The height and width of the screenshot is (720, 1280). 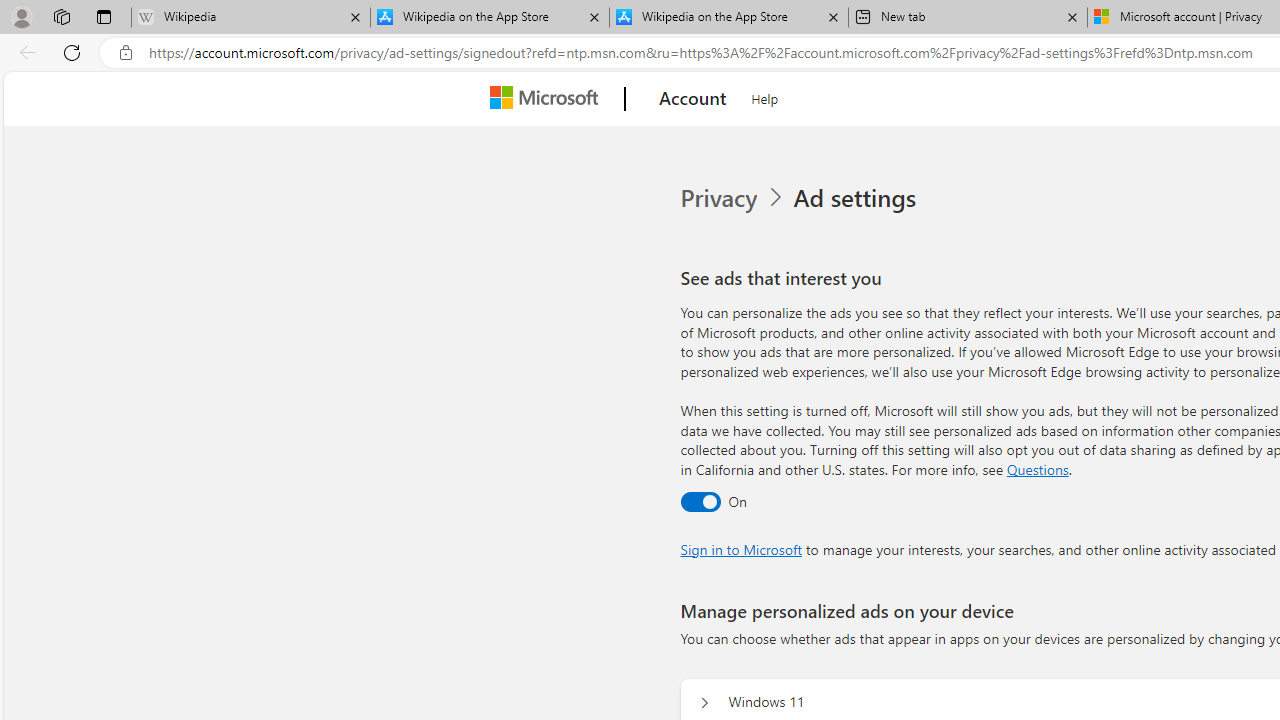 I want to click on 'Sign in to Microsoft', so click(x=740, y=549).